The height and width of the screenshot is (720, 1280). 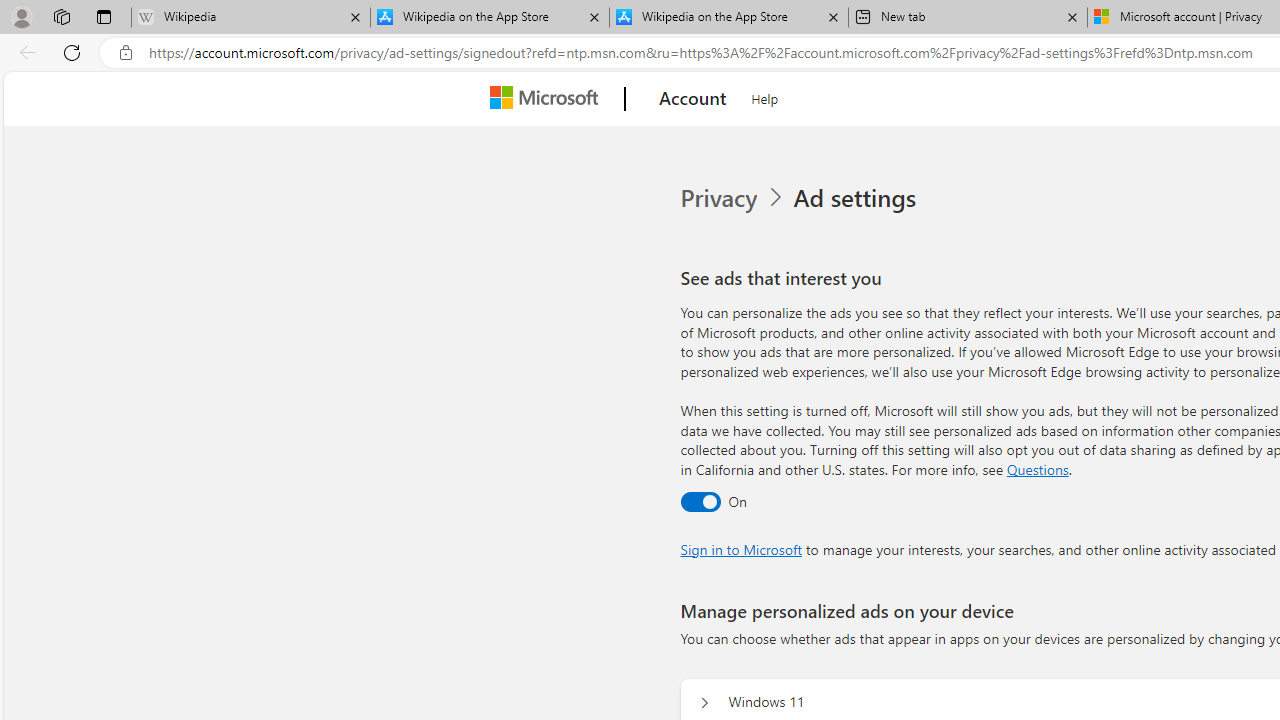 I want to click on 'Sign in to Microsoft', so click(x=740, y=549).